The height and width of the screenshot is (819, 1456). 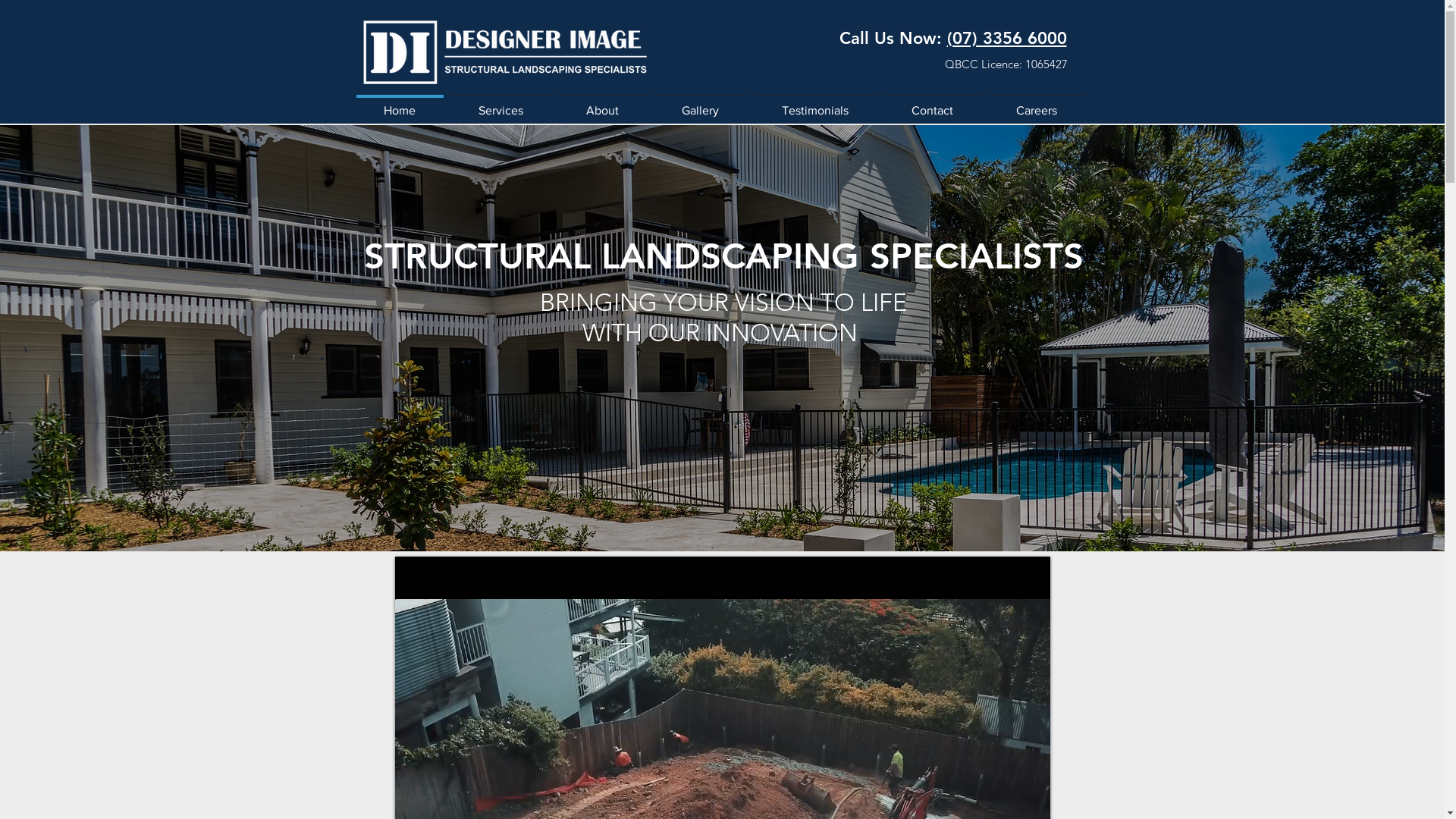 What do you see at coordinates (700, 102) in the screenshot?
I see `'Gallery'` at bounding box center [700, 102].